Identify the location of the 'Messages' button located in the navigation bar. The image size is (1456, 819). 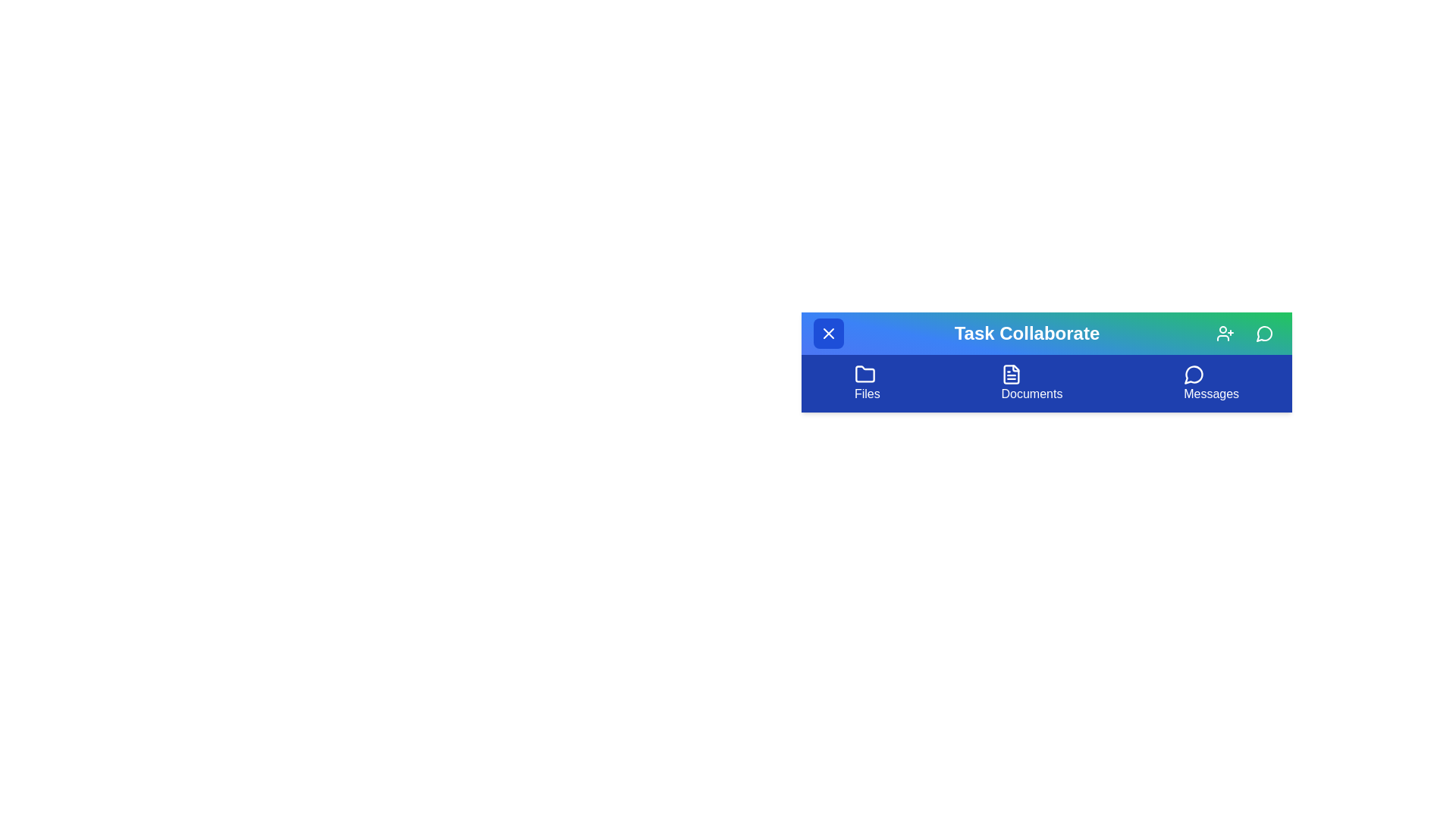
(1210, 382).